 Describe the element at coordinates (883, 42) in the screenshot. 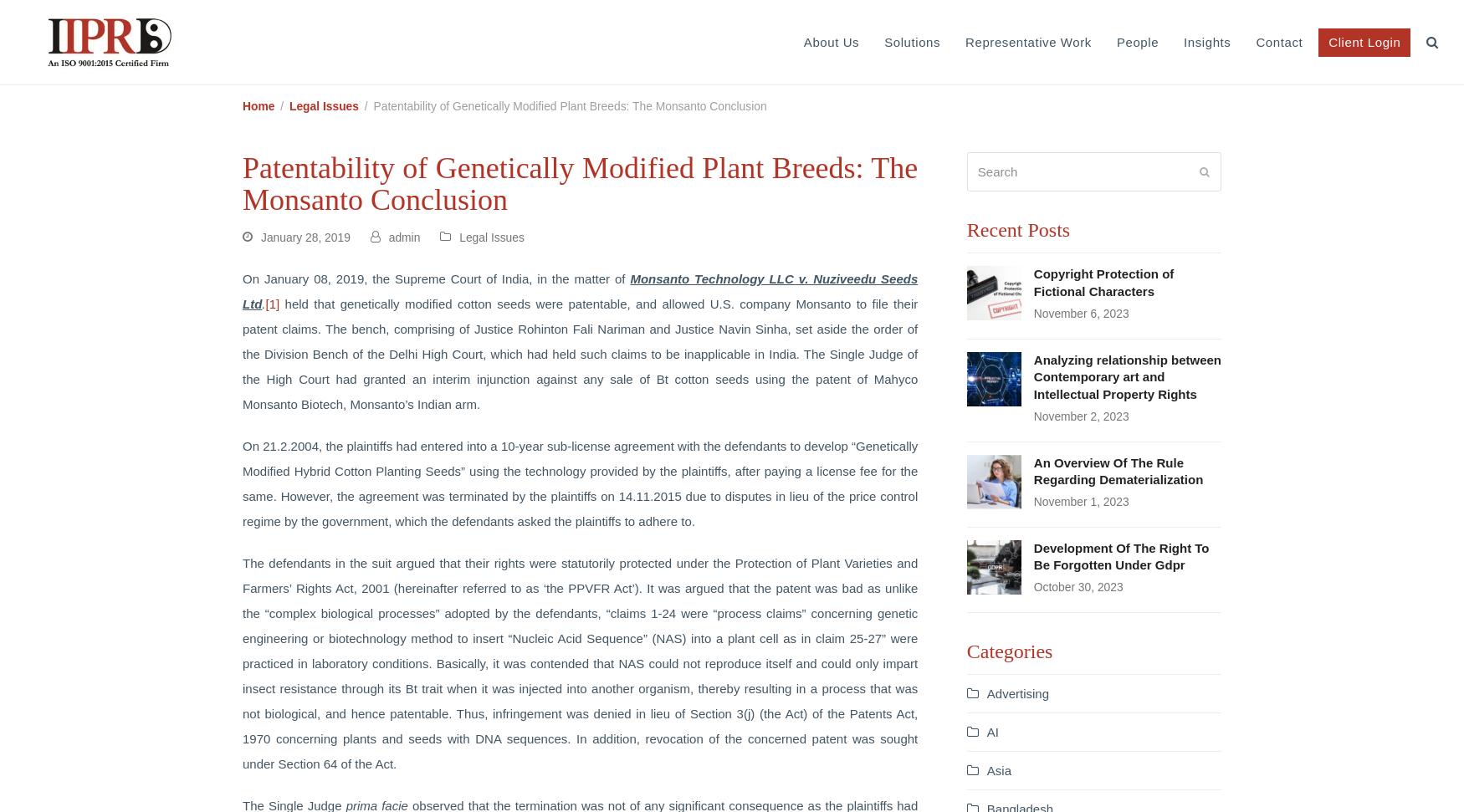

I see `'Solutions'` at that location.